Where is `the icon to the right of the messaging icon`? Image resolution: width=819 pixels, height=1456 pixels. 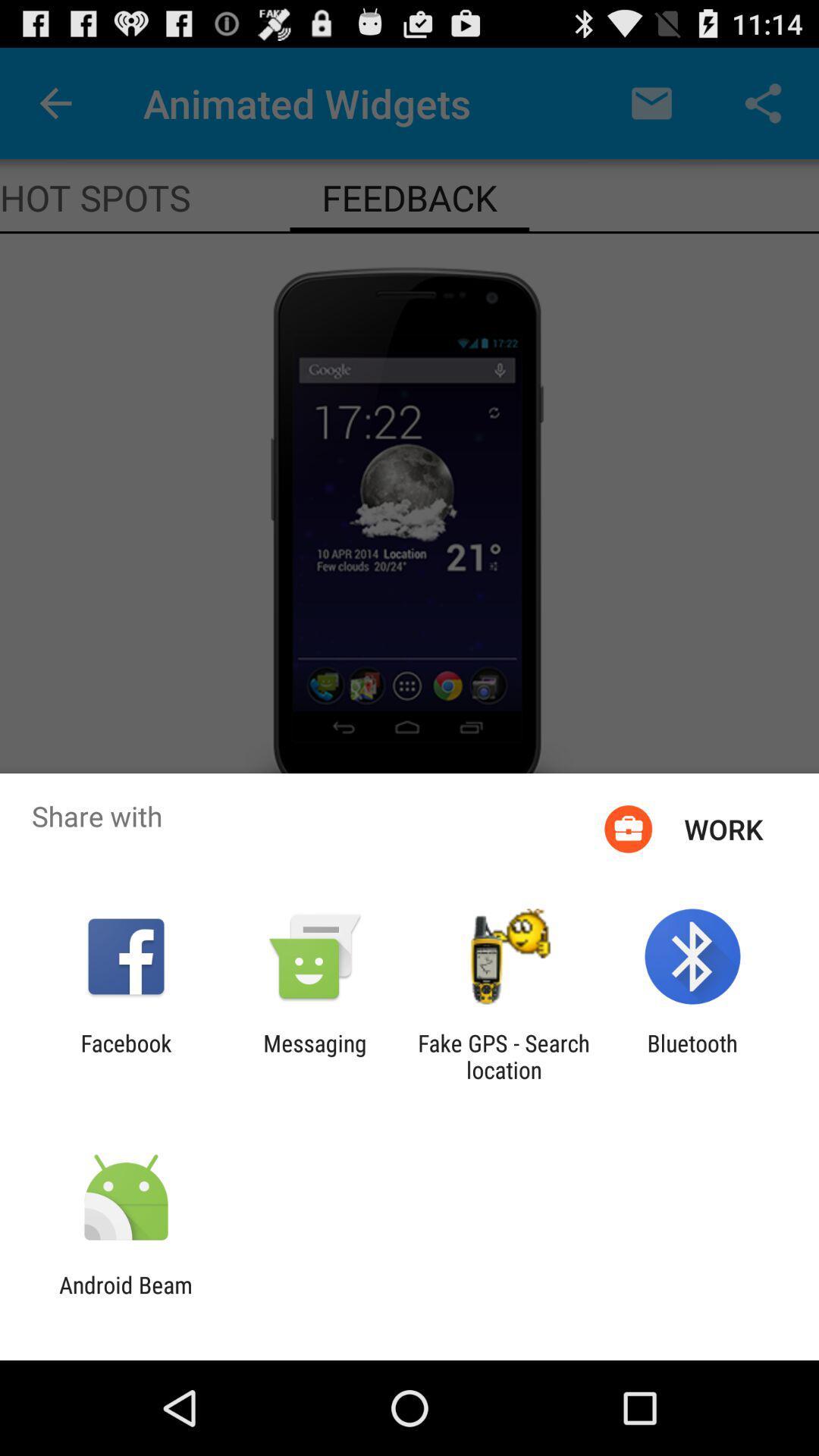 the icon to the right of the messaging icon is located at coordinates (504, 1056).